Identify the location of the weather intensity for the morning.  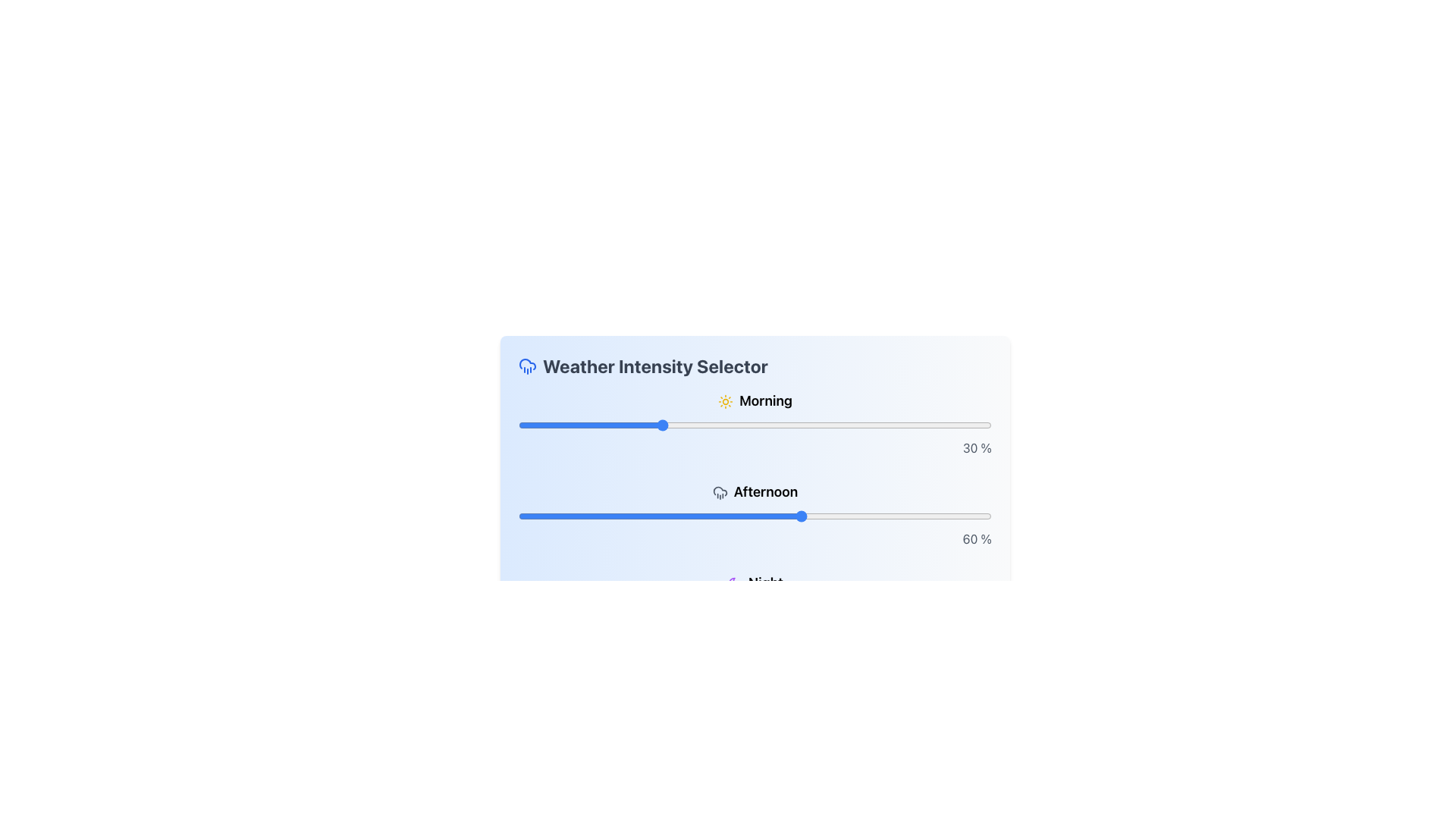
(598, 425).